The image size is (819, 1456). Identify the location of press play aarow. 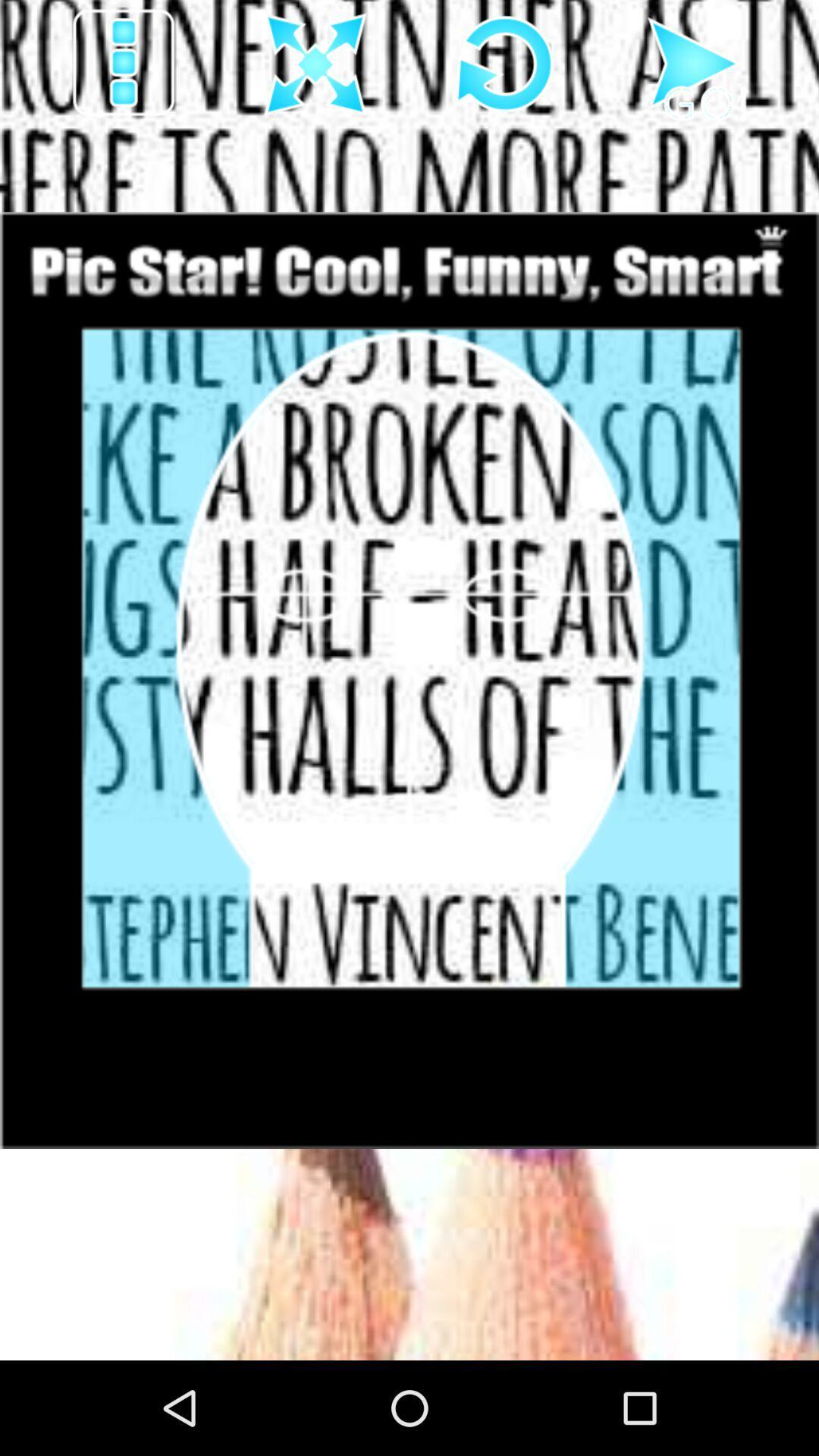
(695, 64).